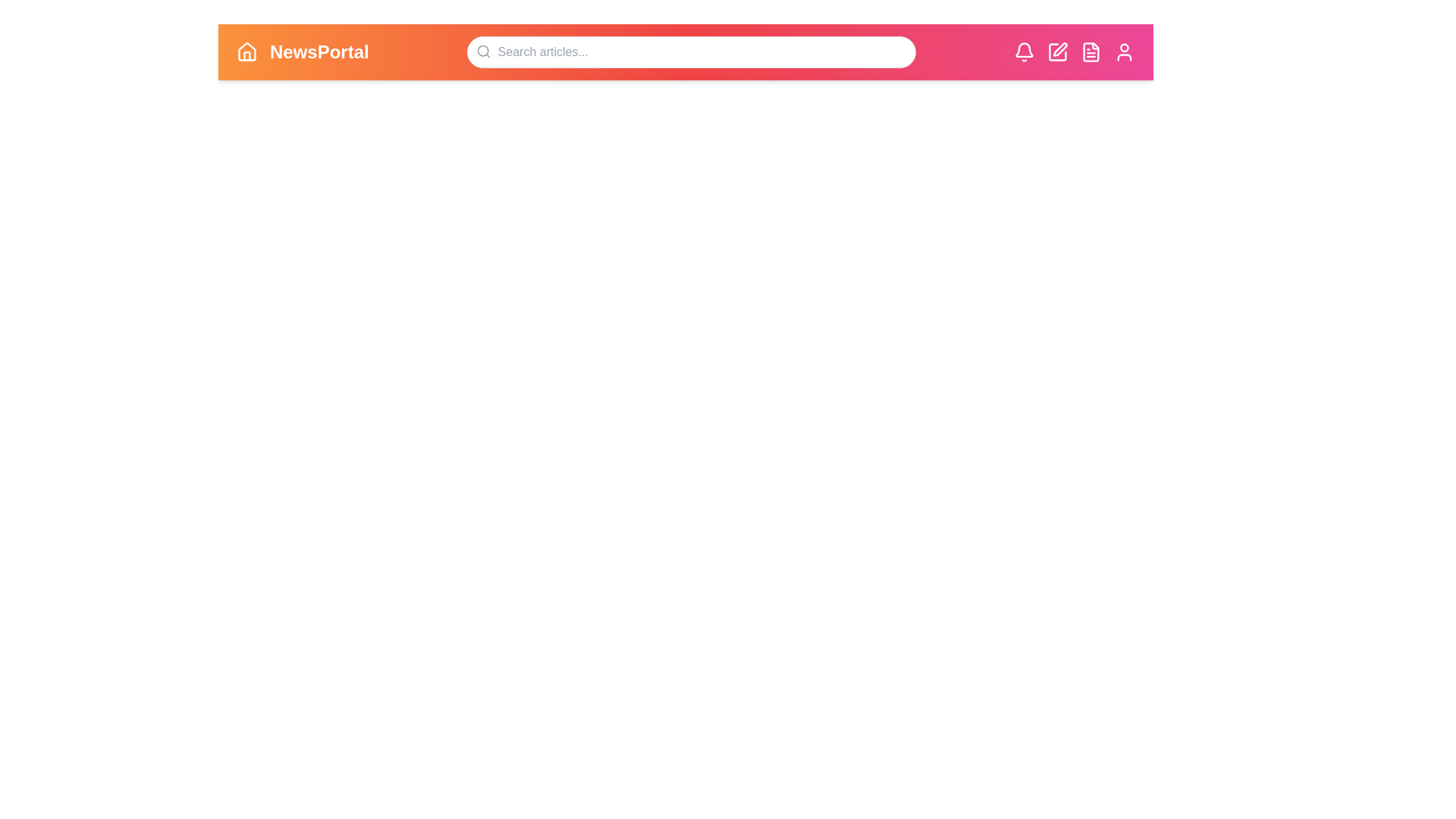 The image size is (1456, 819). Describe the element at coordinates (1024, 52) in the screenshot. I see `the 'Bell' icon to view notifications` at that location.